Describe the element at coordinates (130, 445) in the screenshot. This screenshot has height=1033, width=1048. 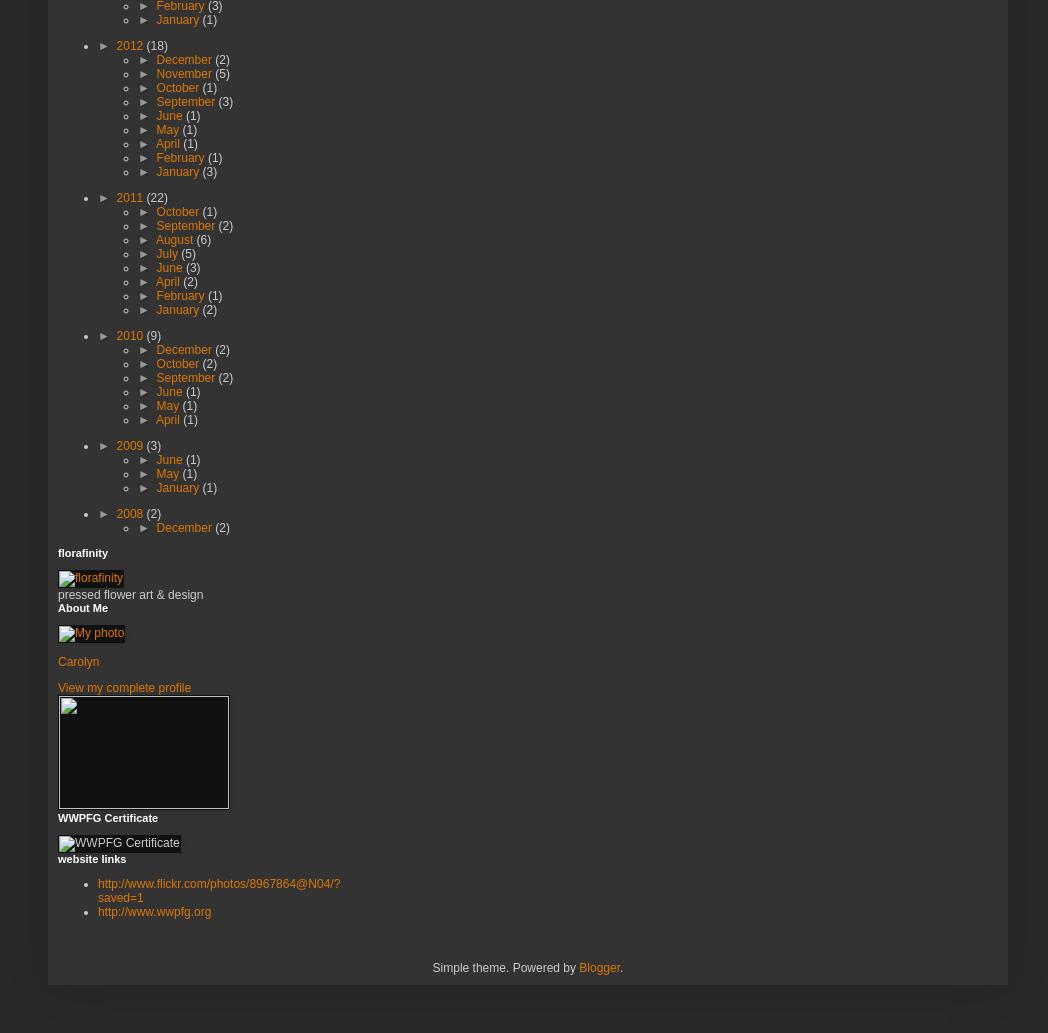
I see `'2009'` at that location.